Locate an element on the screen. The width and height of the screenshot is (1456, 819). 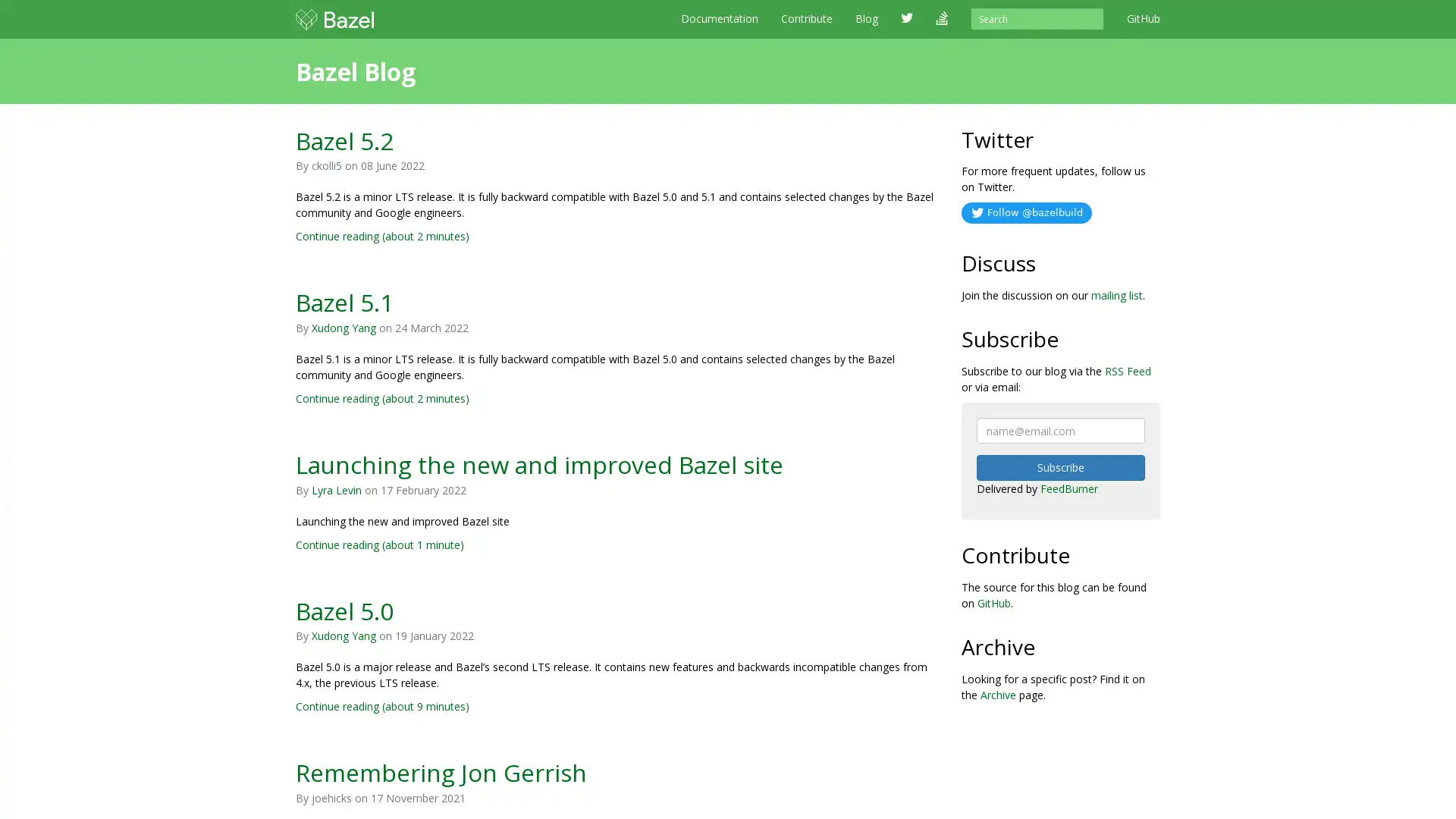
Subscribe is located at coordinates (1059, 467).